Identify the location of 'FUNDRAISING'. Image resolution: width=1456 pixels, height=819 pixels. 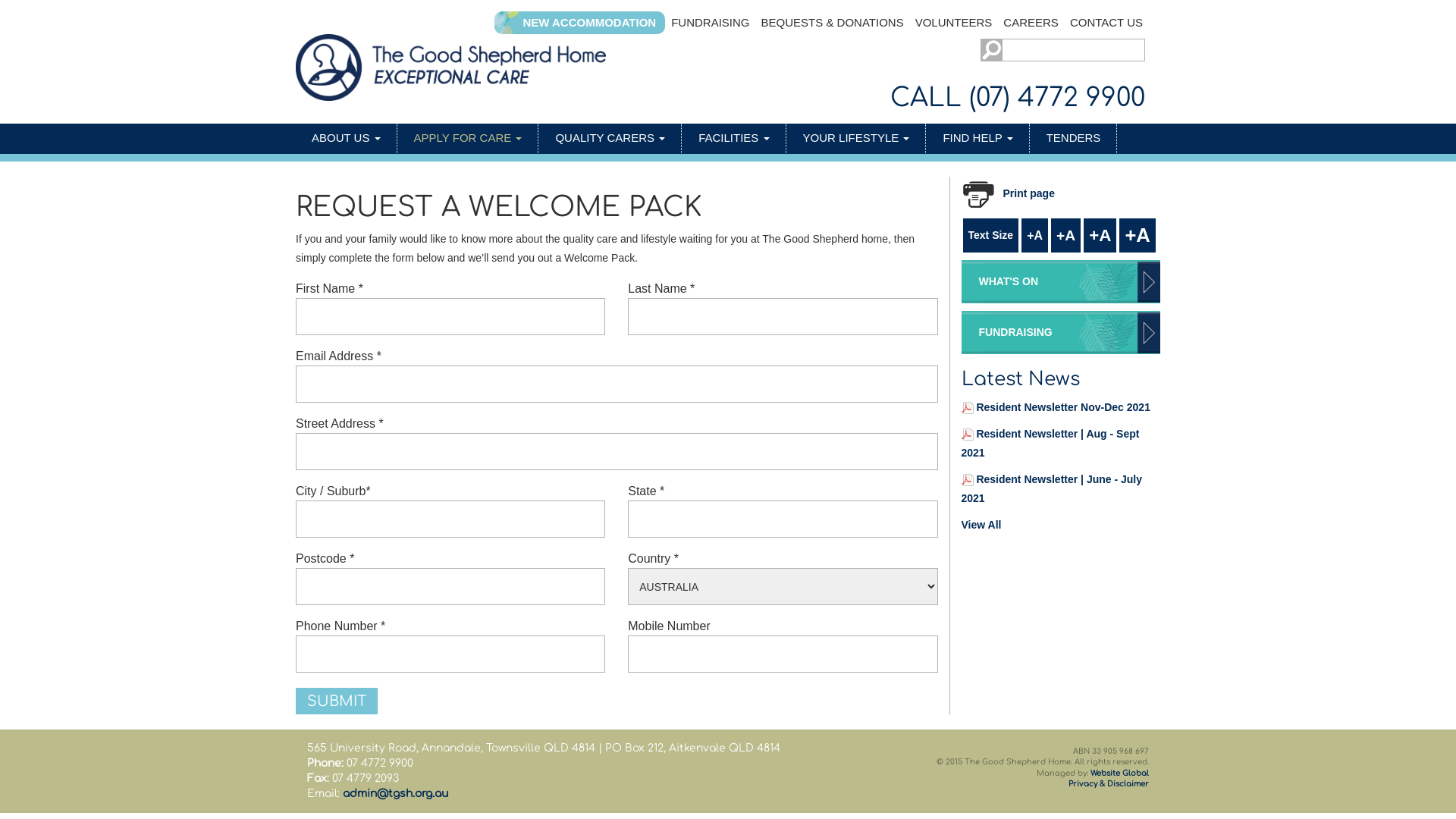
(709, 23).